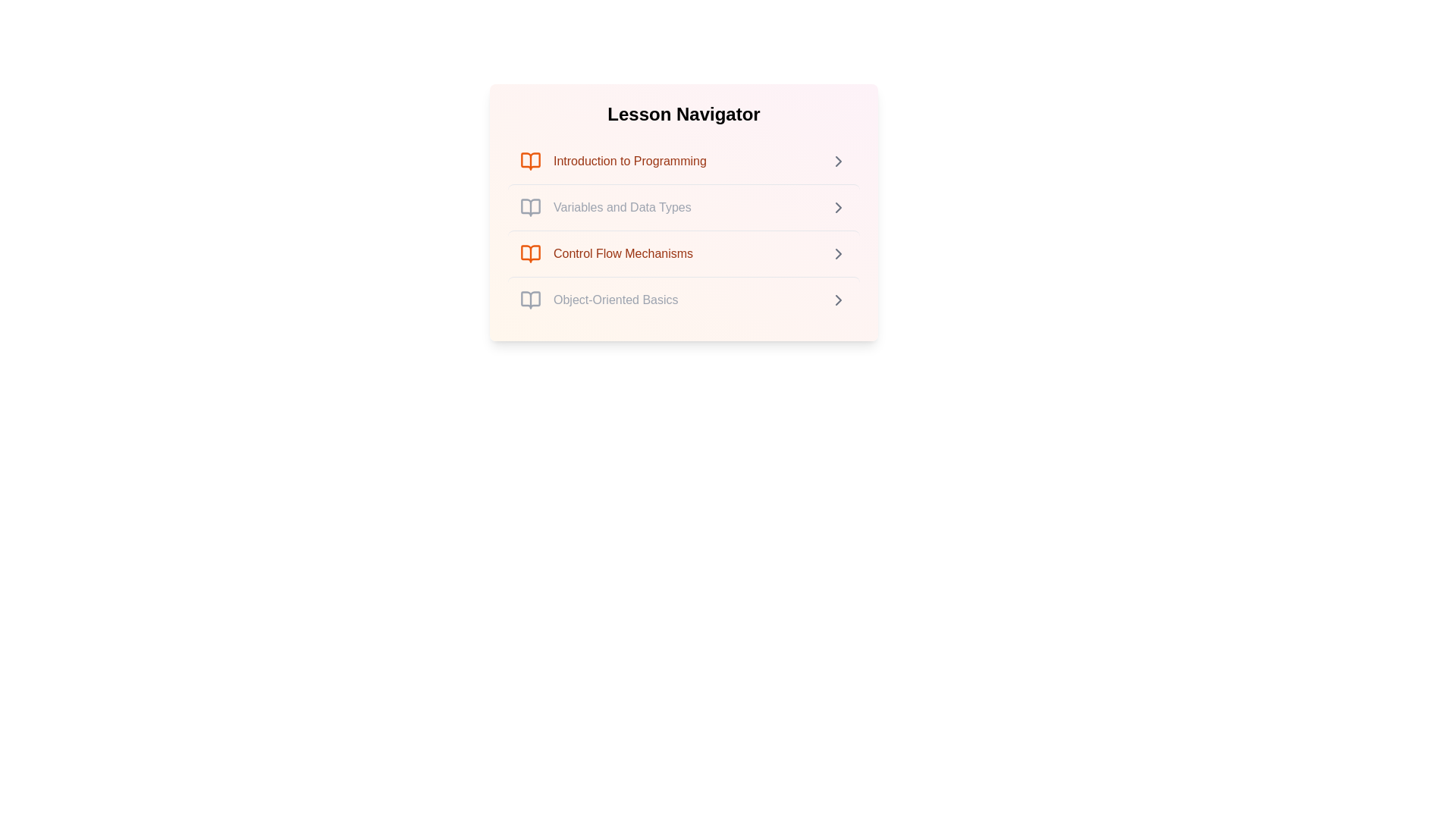  What do you see at coordinates (683, 253) in the screenshot?
I see `the lesson item titled 'Control Flow Mechanisms' to view its details` at bounding box center [683, 253].